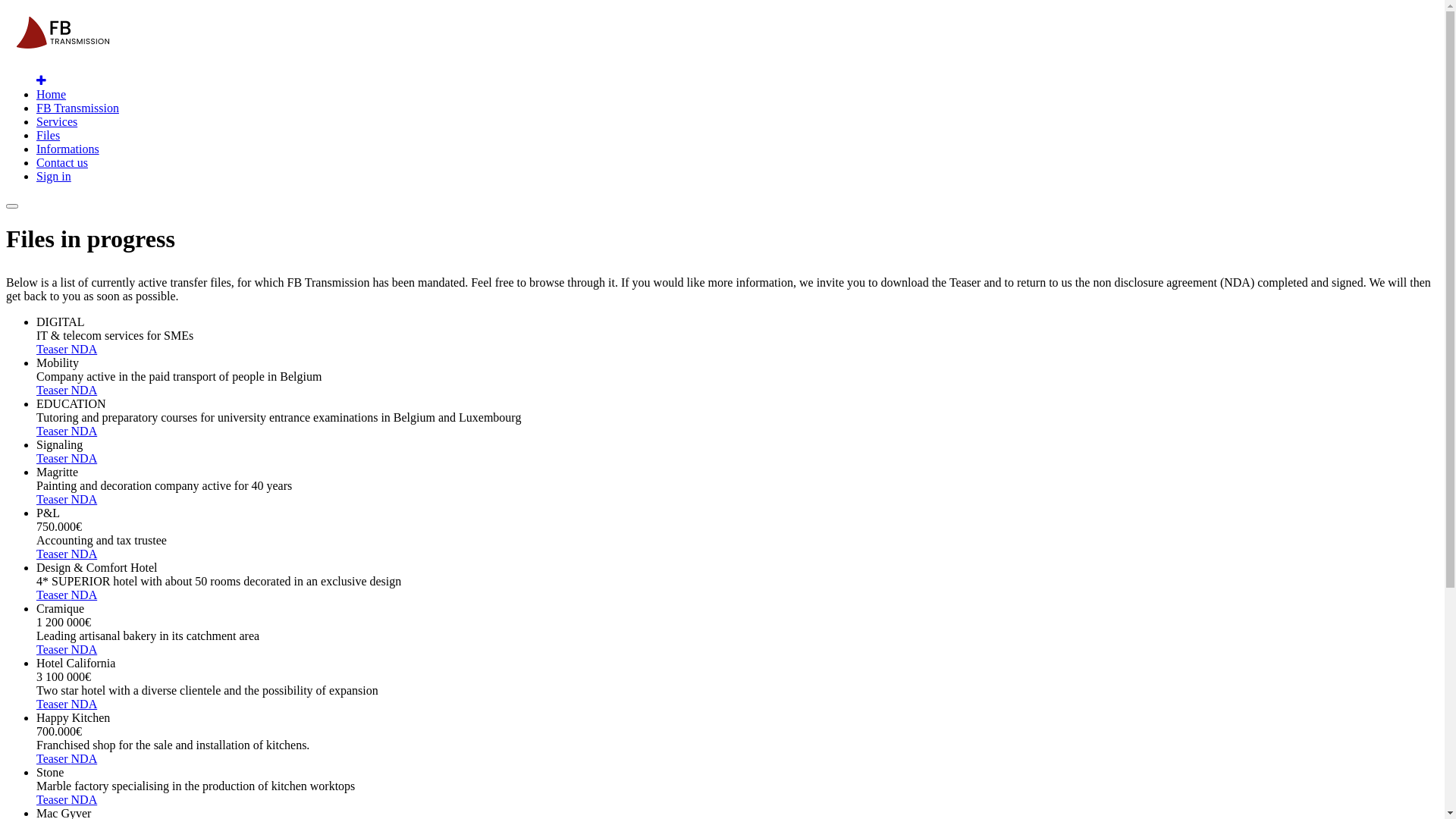 This screenshot has width=1456, height=819. I want to click on 'NDA', so click(71, 349).